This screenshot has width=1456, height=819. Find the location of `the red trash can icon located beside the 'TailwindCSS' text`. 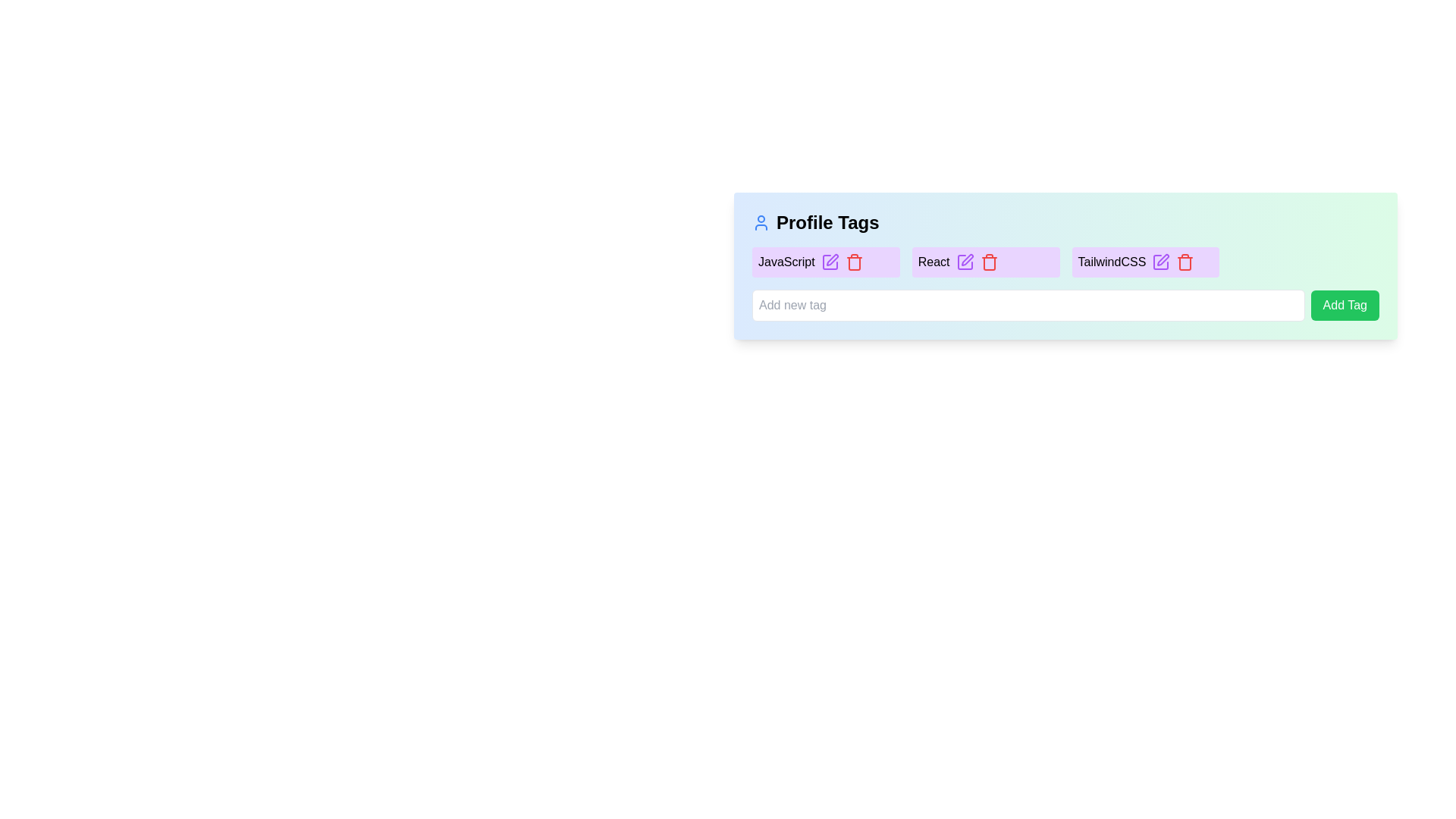

the red trash can icon located beside the 'TailwindCSS' text is located at coordinates (1185, 262).